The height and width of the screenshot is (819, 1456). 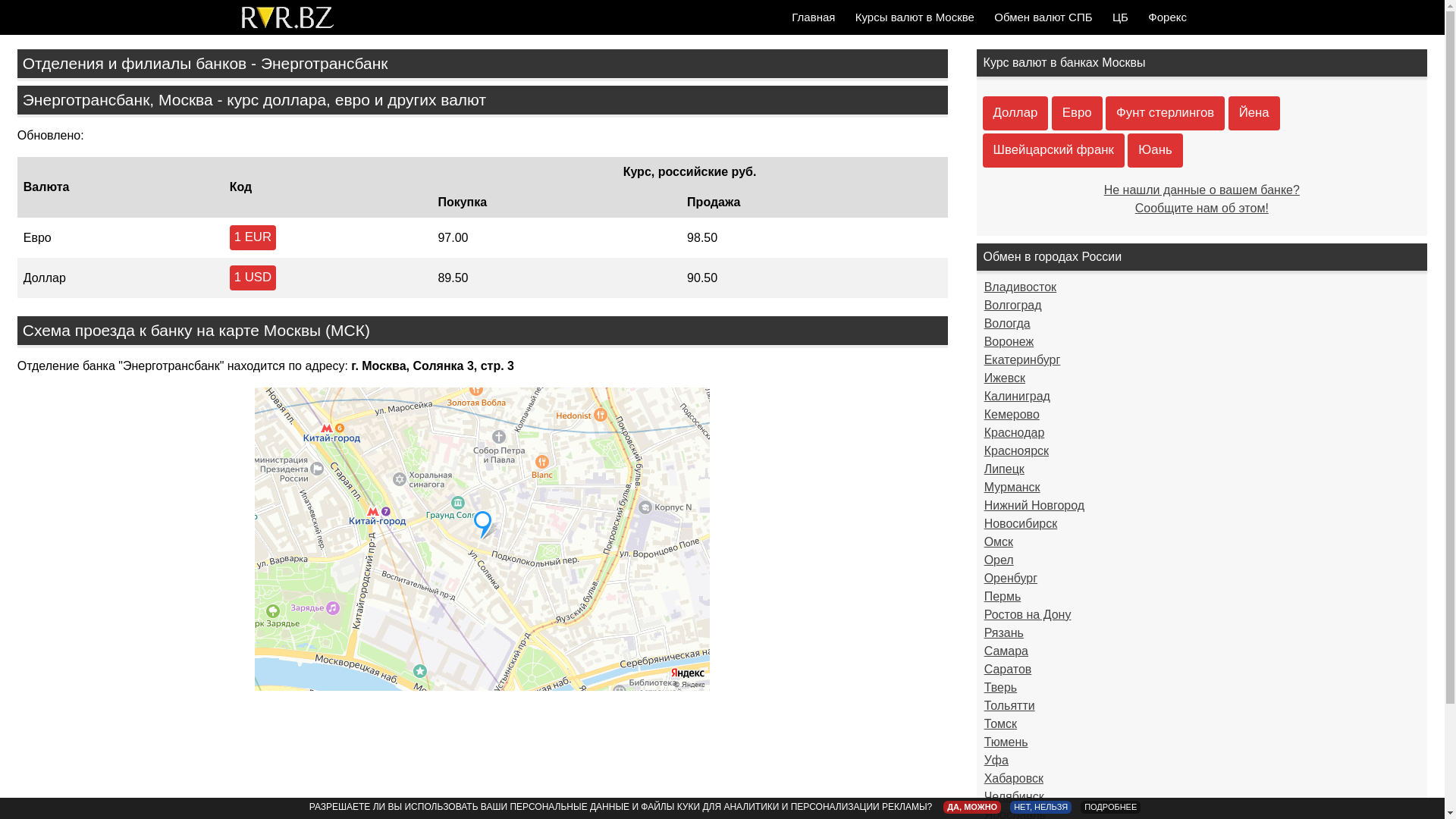 What do you see at coordinates (253, 278) in the screenshot?
I see `'1 USD'` at bounding box center [253, 278].